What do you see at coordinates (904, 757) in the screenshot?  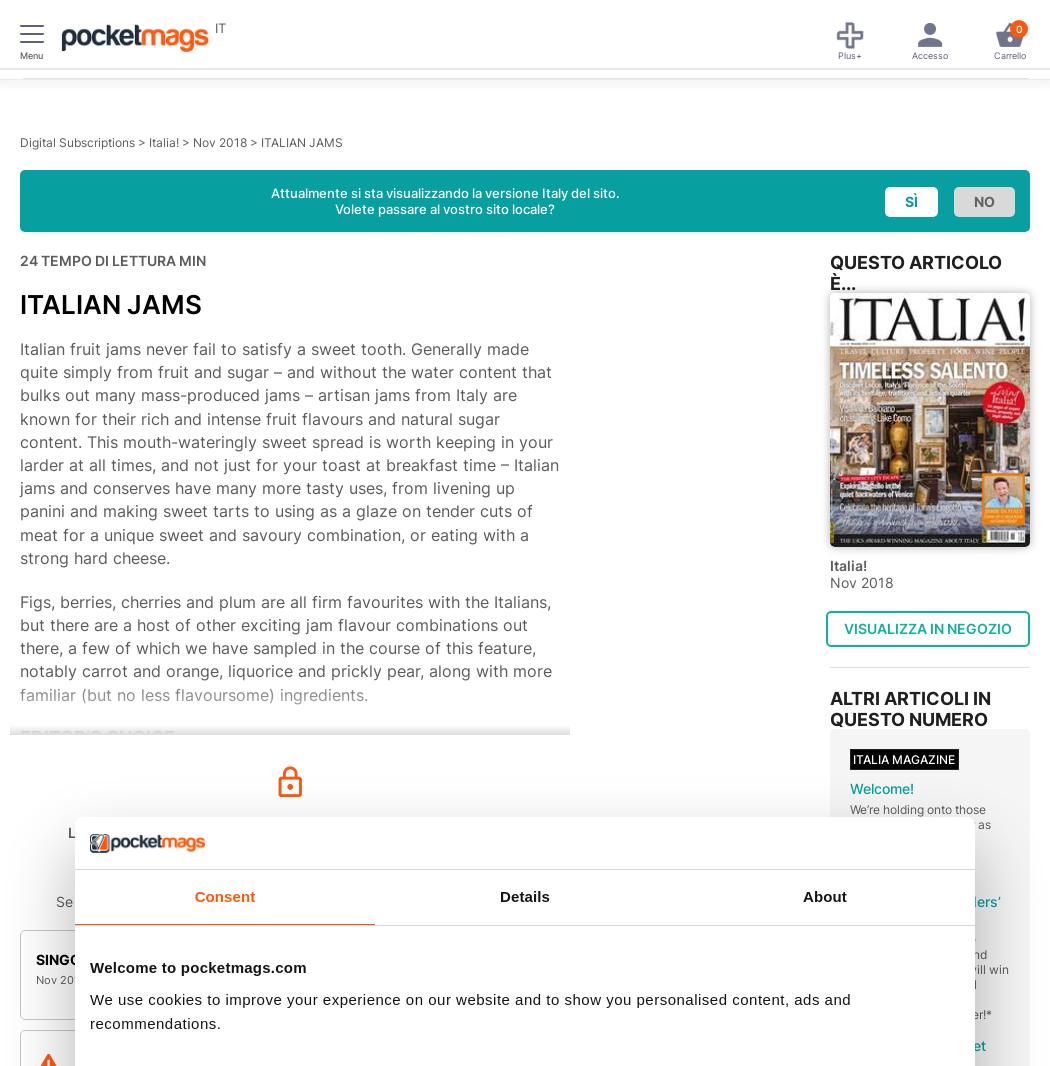 I see `'Italia magazine'` at bounding box center [904, 757].